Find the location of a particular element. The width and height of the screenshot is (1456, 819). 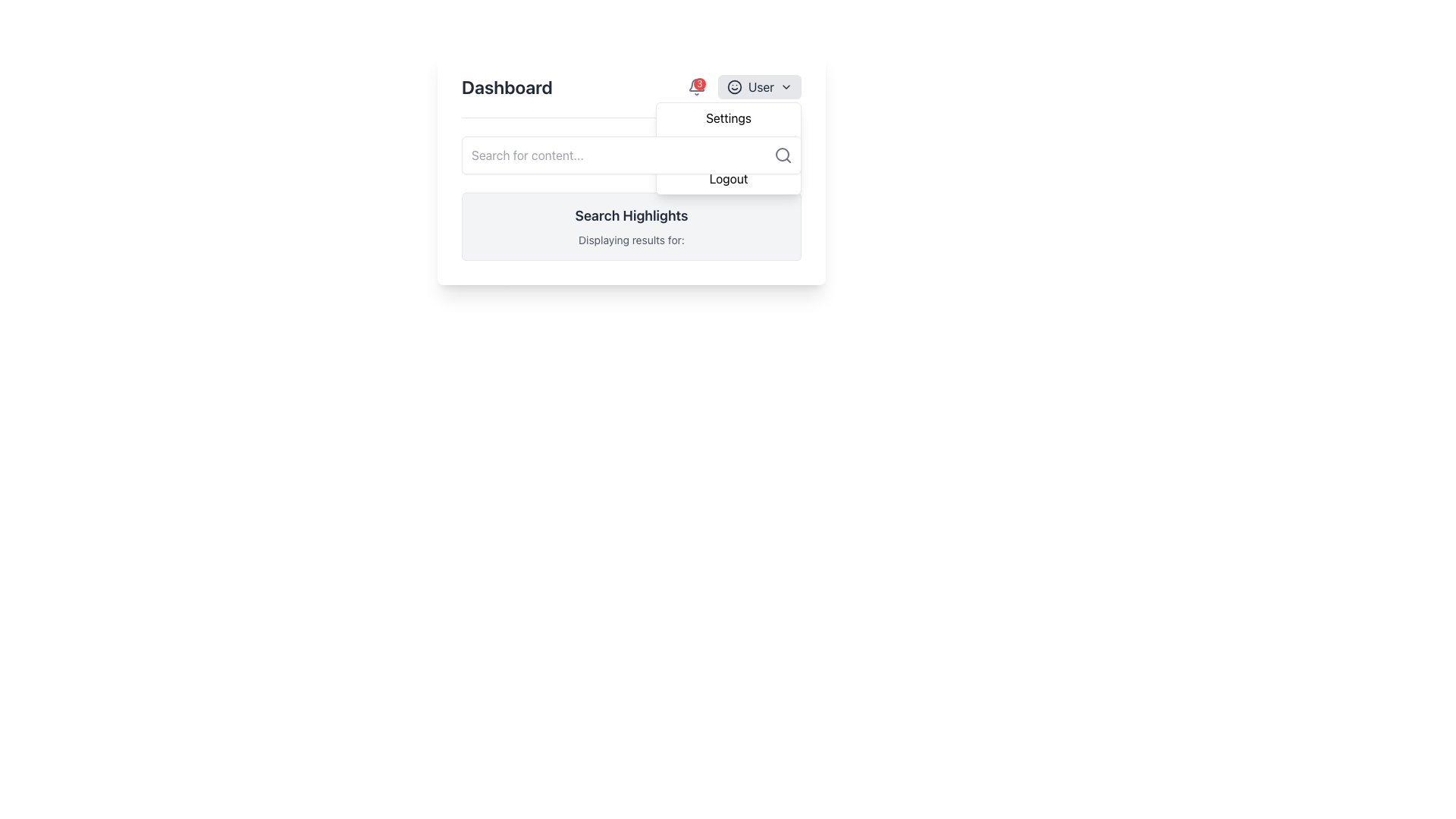

the user profile icon located to the left of the text 'User' in the top navigation bar is located at coordinates (734, 87).